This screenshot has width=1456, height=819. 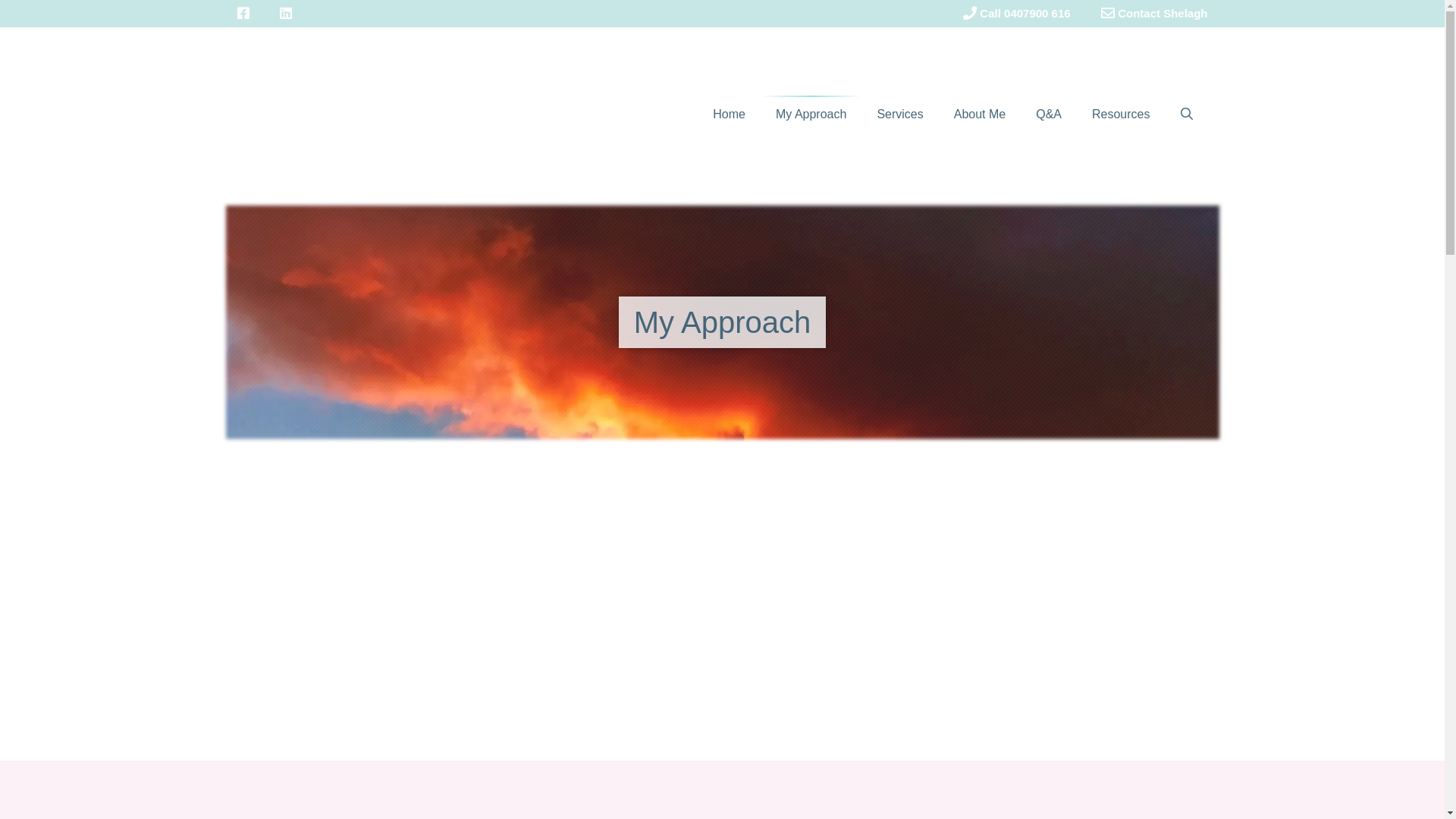 I want to click on 'Home', so click(x=729, y=113).